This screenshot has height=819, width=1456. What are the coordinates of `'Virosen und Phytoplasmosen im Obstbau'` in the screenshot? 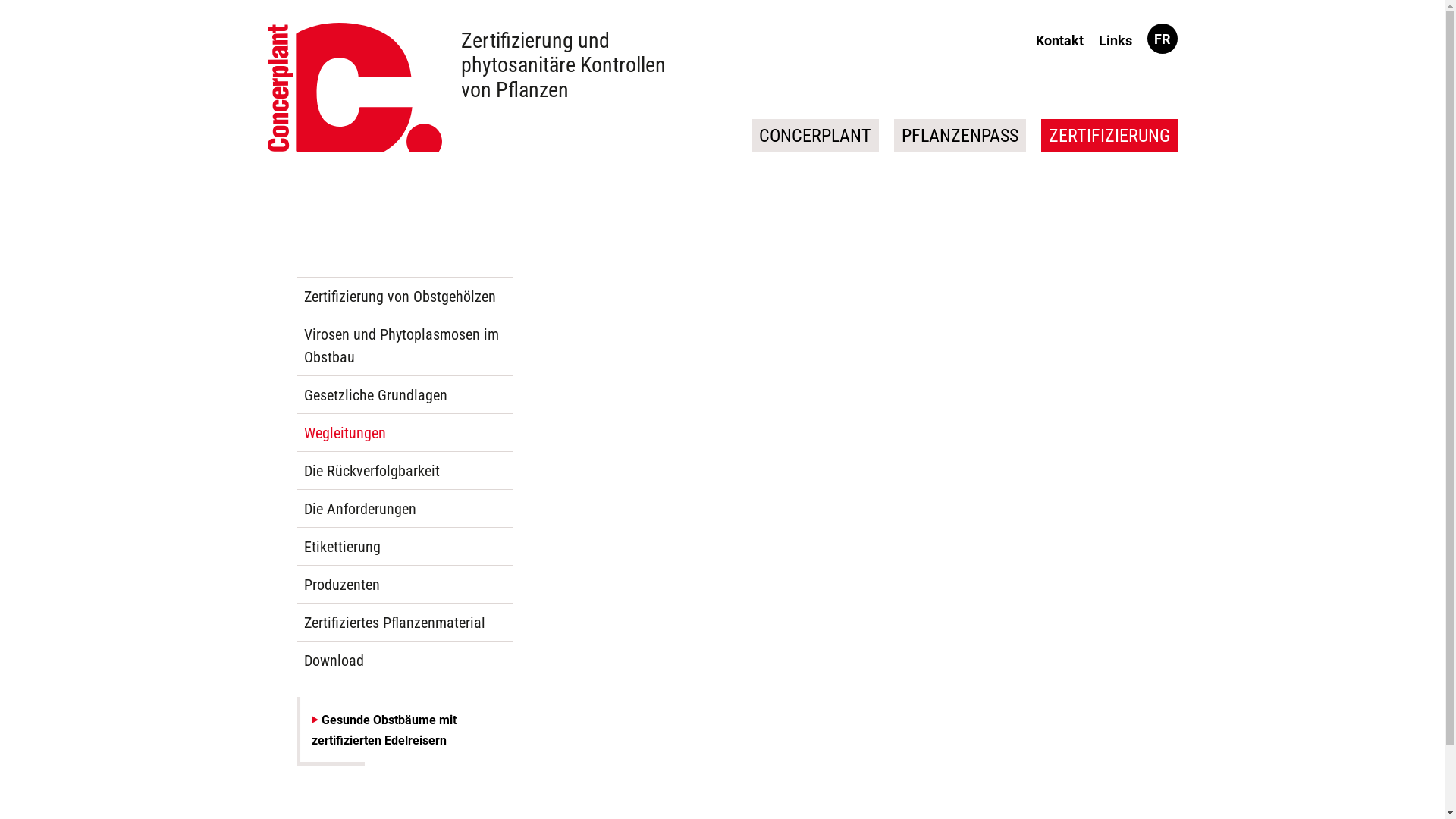 It's located at (403, 345).